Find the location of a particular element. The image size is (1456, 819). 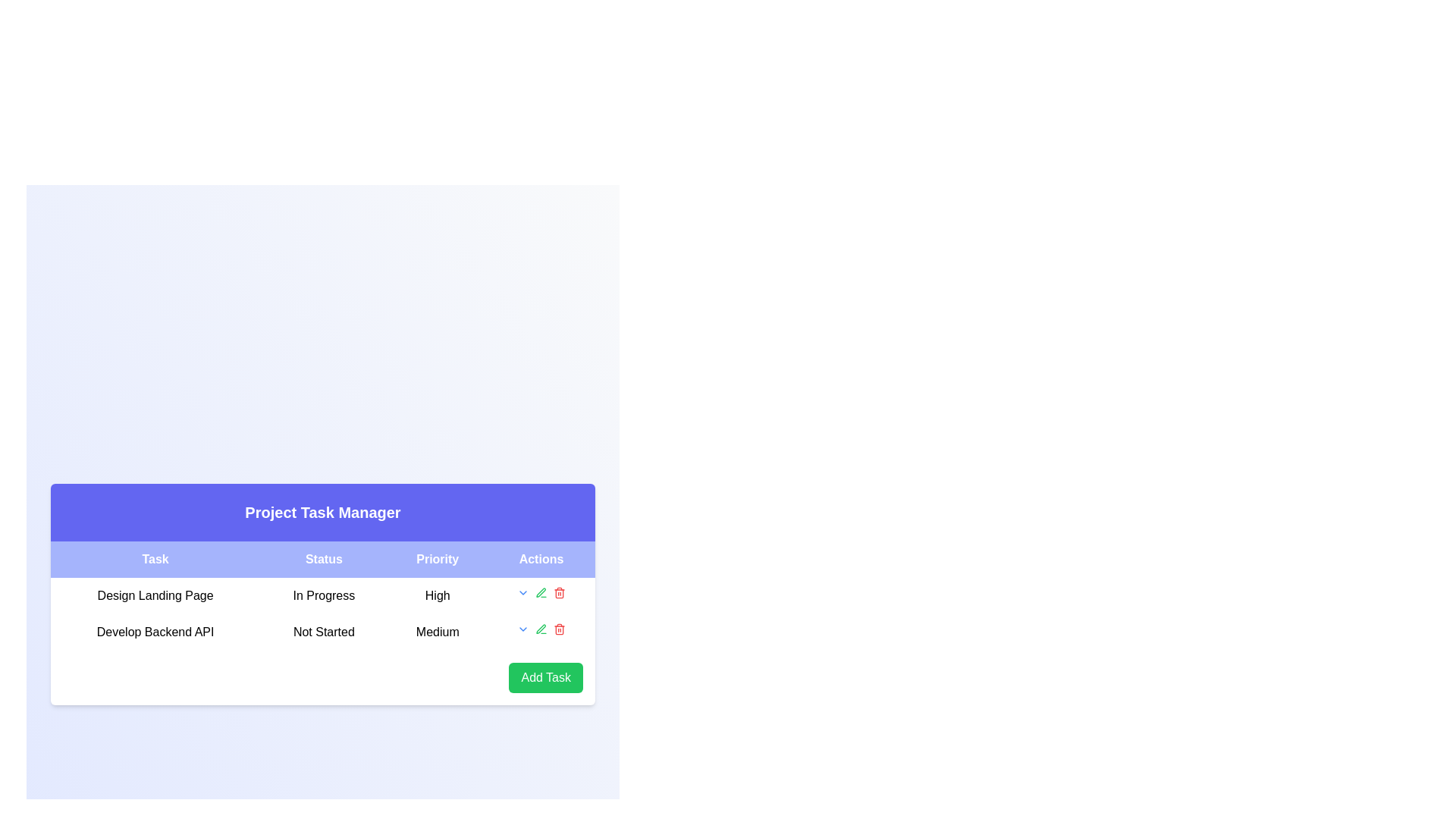

the text label indicating the status of the task 'Develop Backend API' in the 'Status' column of the second row is located at coordinates (323, 632).